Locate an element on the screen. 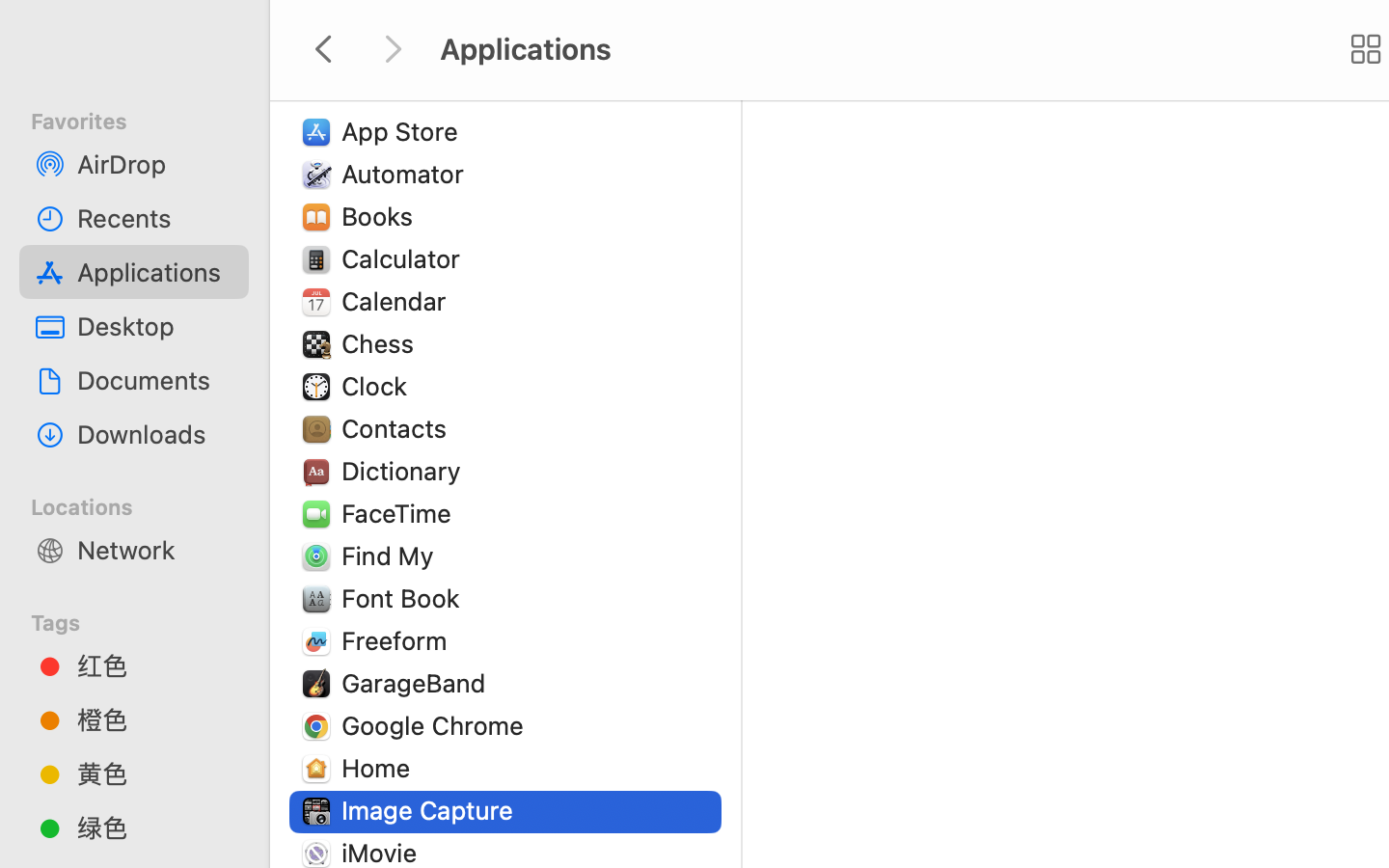 The image size is (1389, 868). 'Tags' is located at coordinates (145, 619).